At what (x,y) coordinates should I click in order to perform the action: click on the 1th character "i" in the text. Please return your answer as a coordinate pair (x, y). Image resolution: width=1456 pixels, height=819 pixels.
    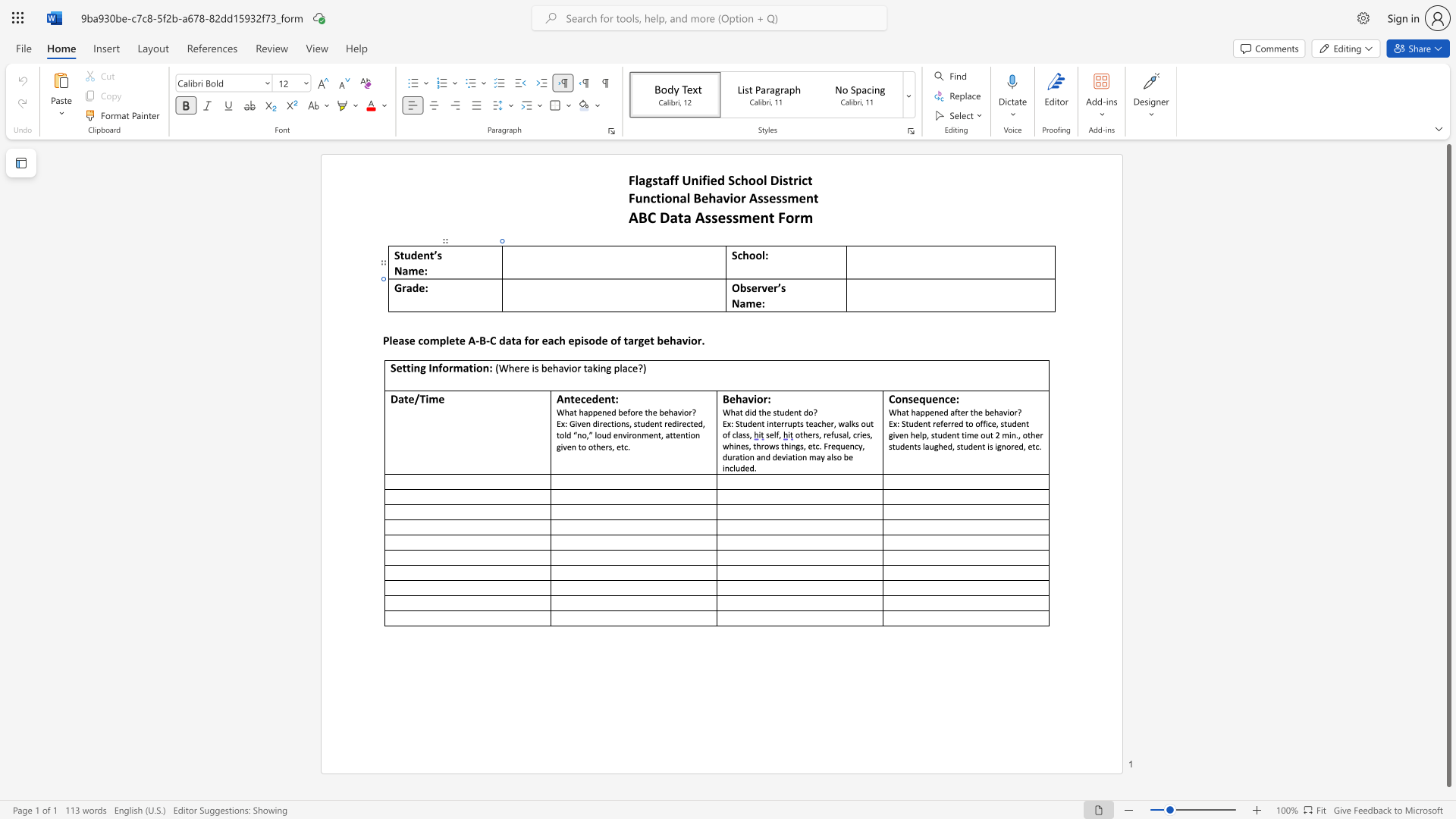
    Looking at the image, I should click on (412, 368).